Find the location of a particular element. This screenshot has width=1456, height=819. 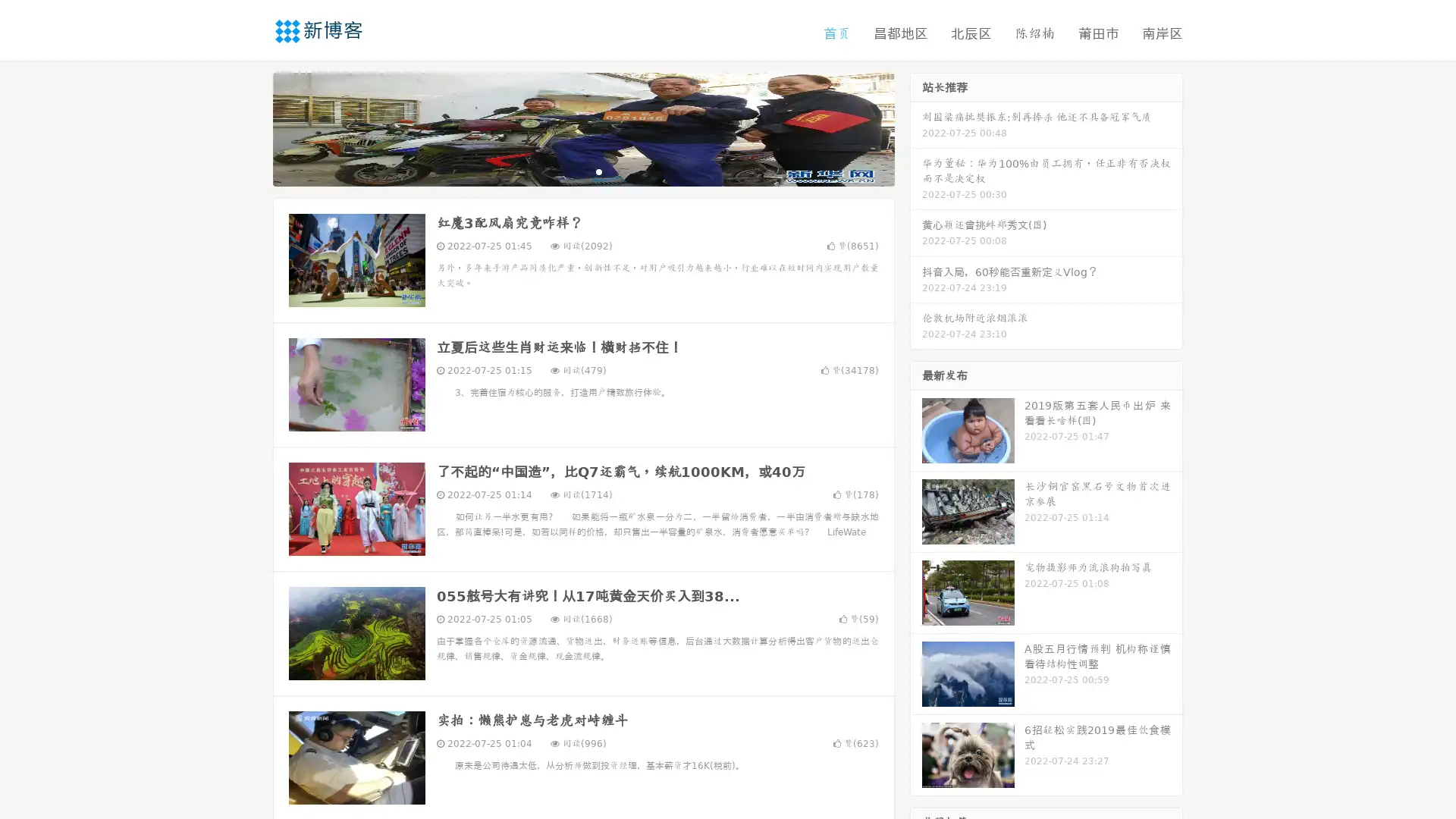

Go to slide 1 is located at coordinates (567, 171).